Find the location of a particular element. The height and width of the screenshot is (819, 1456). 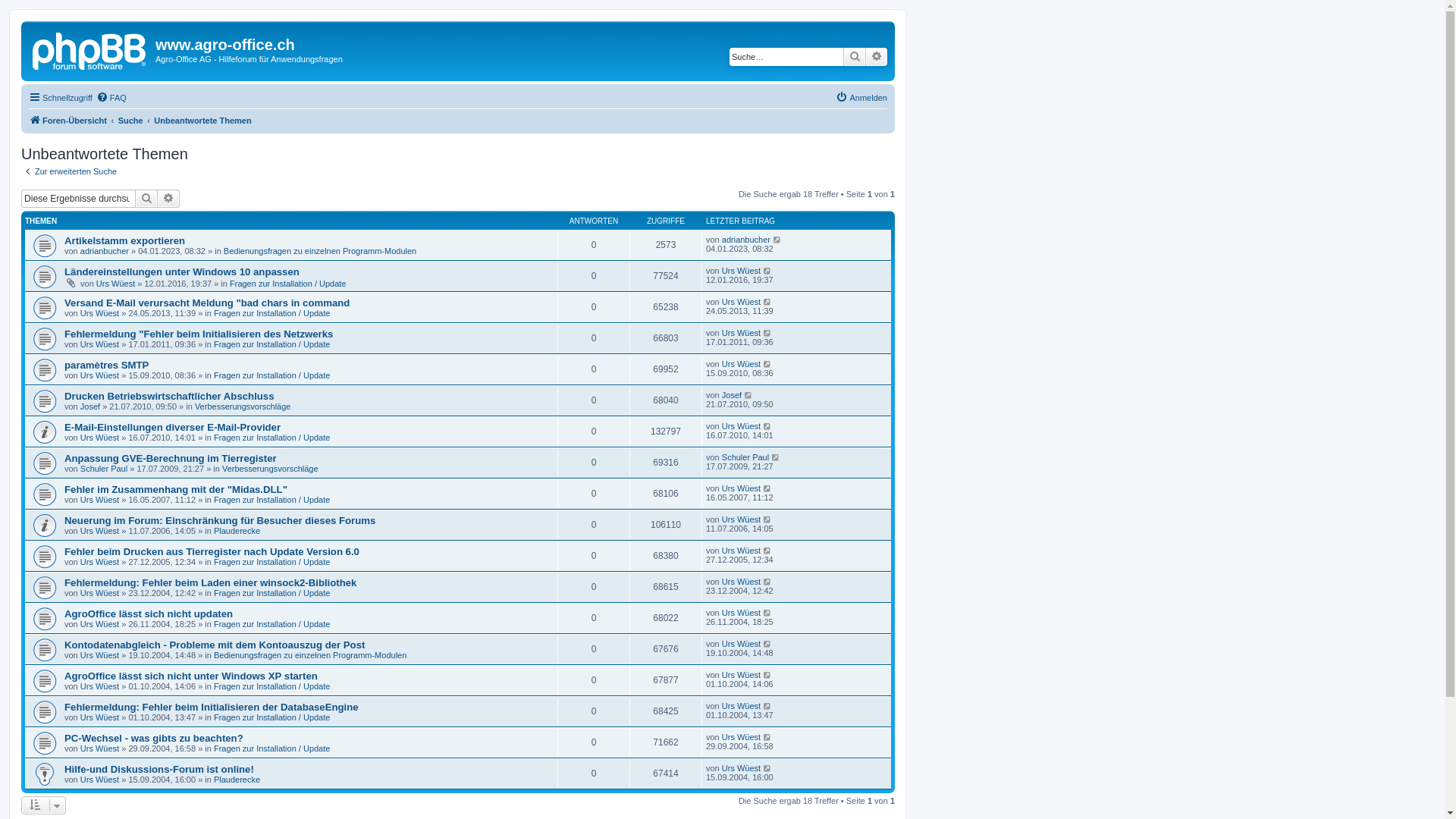

'Gehe zum letzten Beitrag' is located at coordinates (767, 270).